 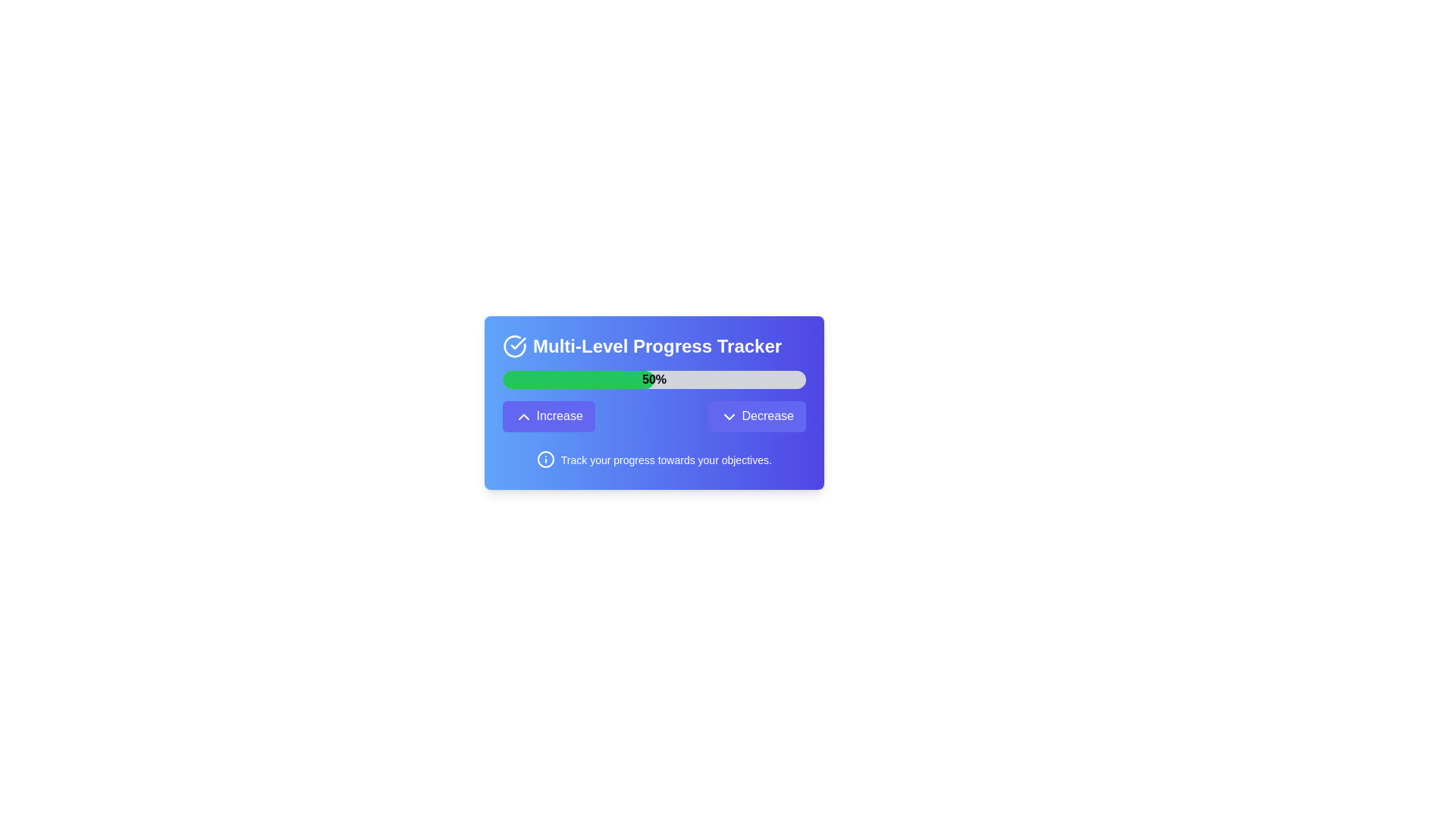 What do you see at coordinates (548, 416) in the screenshot?
I see `the 'Increase' button, which has a purple background, rounded corners, and white text with an upward-facing arrow icon on its left side` at bounding box center [548, 416].